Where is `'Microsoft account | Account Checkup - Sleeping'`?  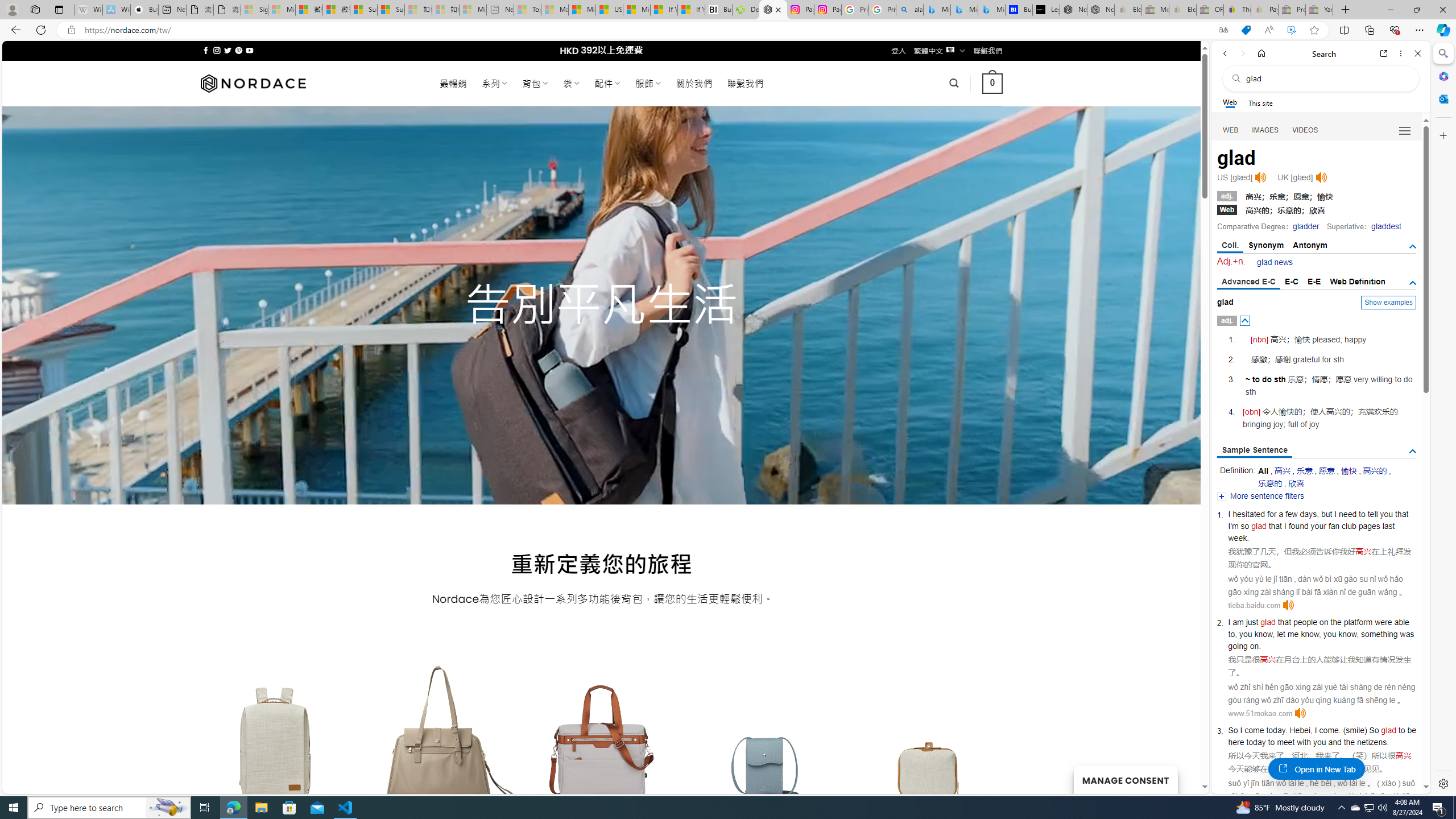
'Microsoft account | Account Checkup - Sleeping' is located at coordinates (473, 9).